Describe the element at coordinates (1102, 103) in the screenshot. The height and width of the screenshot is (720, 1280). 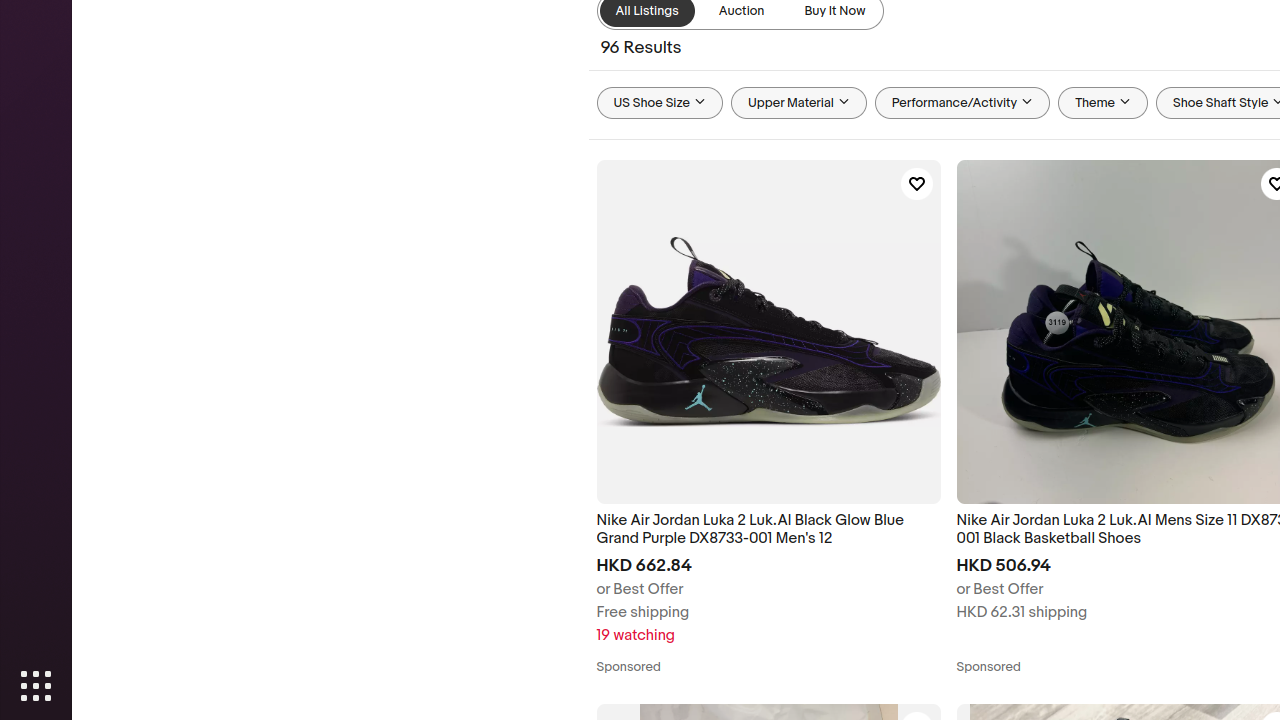
I see `'Theme'` at that location.